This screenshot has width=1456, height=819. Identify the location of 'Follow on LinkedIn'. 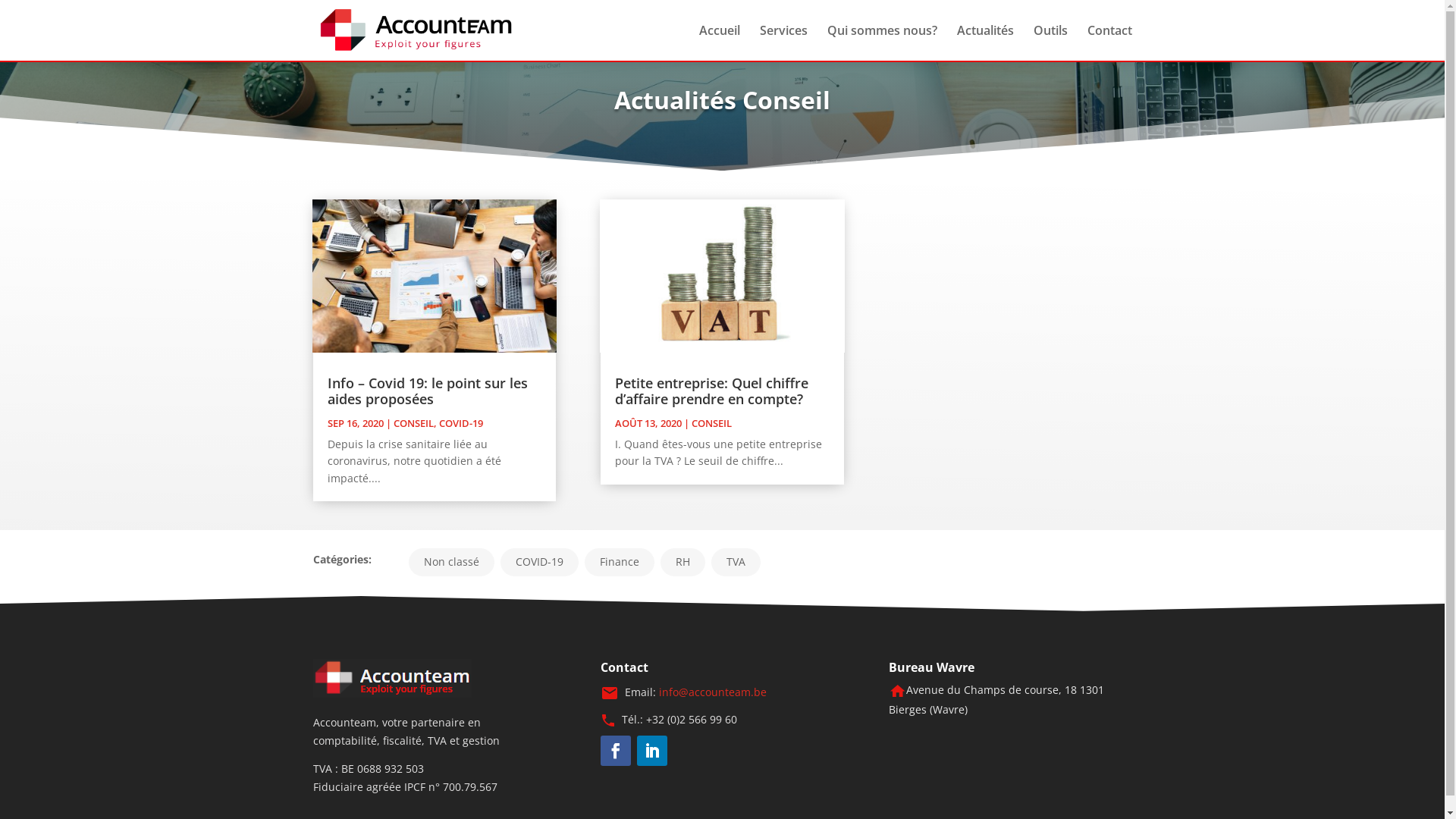
(651, 751).